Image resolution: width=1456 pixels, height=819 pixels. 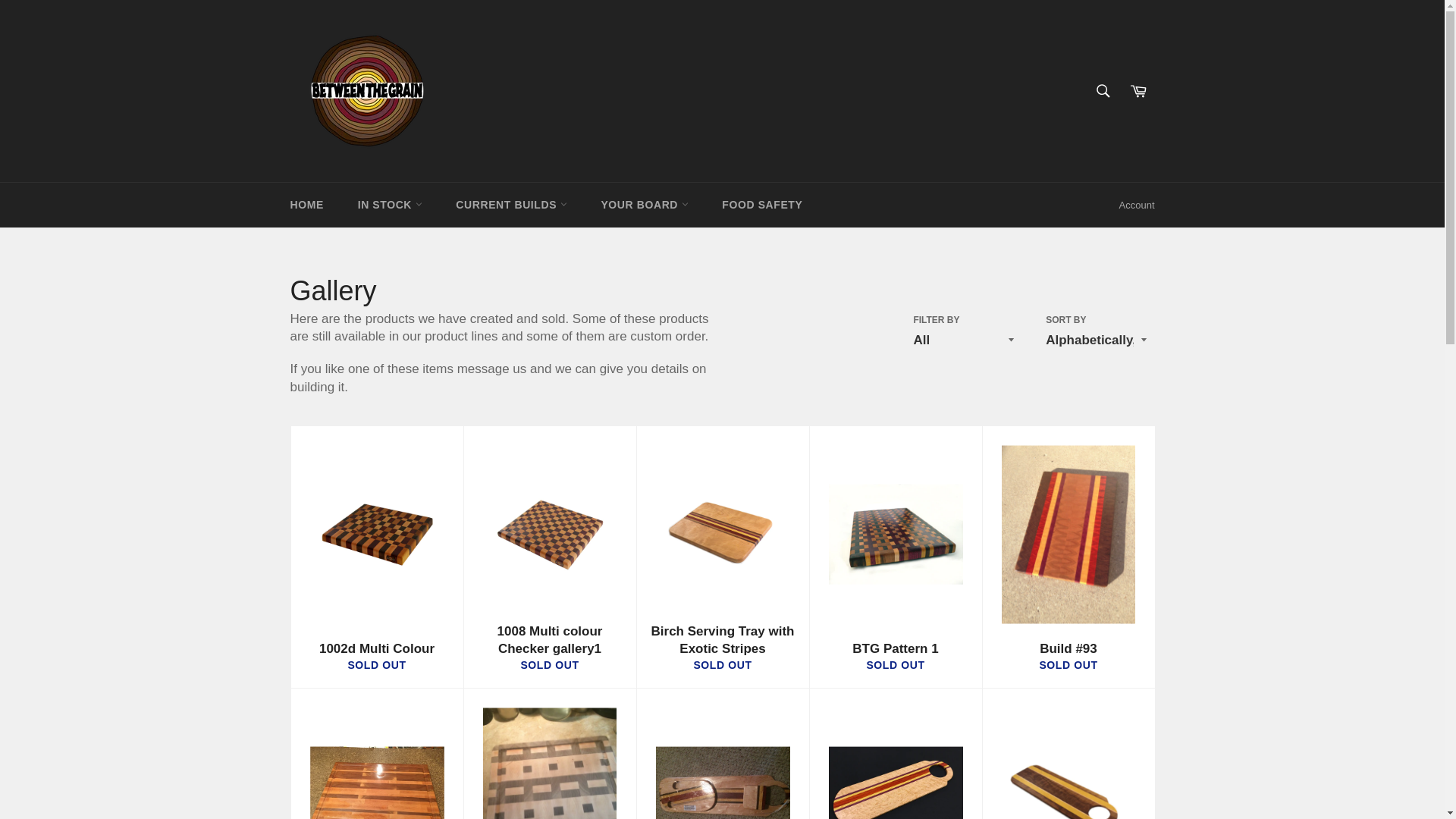 What do you see at coordinates (1137, 205) in the screenshot?
I see `'Account'` at bounding box center [1137, 205].